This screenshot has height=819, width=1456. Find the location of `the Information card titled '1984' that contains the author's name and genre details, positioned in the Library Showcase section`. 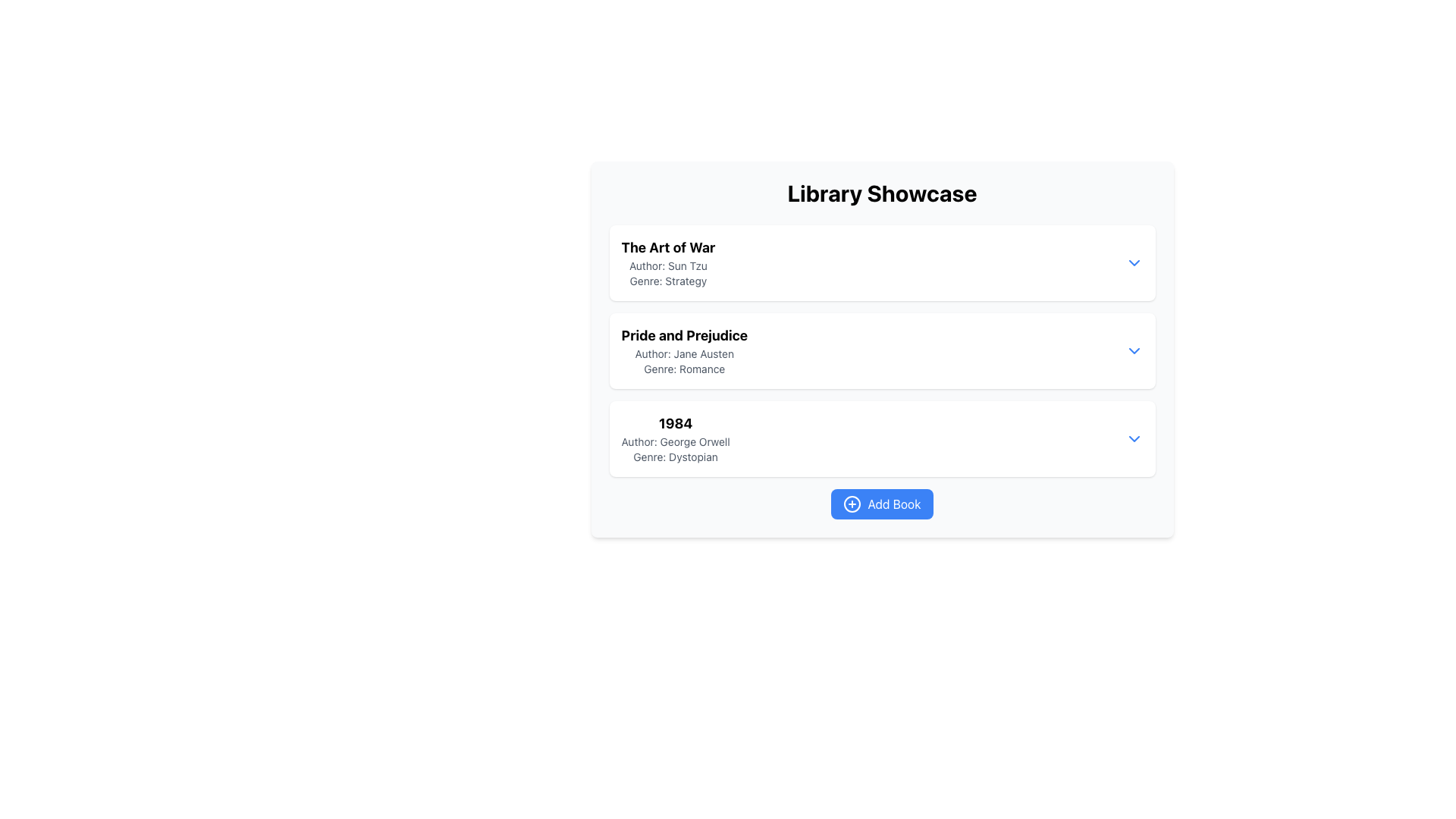

the Information card titled '1984' that contains the author's name and genre details, positioned in the Library Showcase section is located at coordinates (882, 438).